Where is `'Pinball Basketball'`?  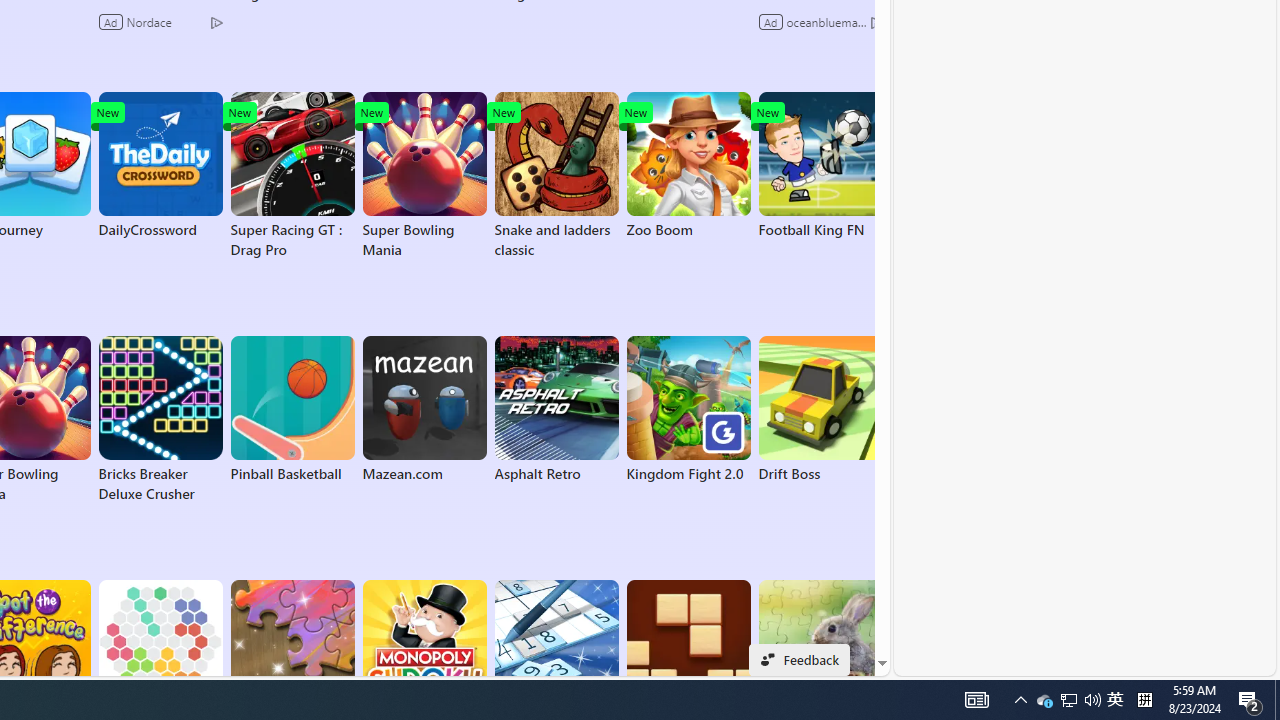 'Pinball Basketball' is located at coordinates (291, 409).